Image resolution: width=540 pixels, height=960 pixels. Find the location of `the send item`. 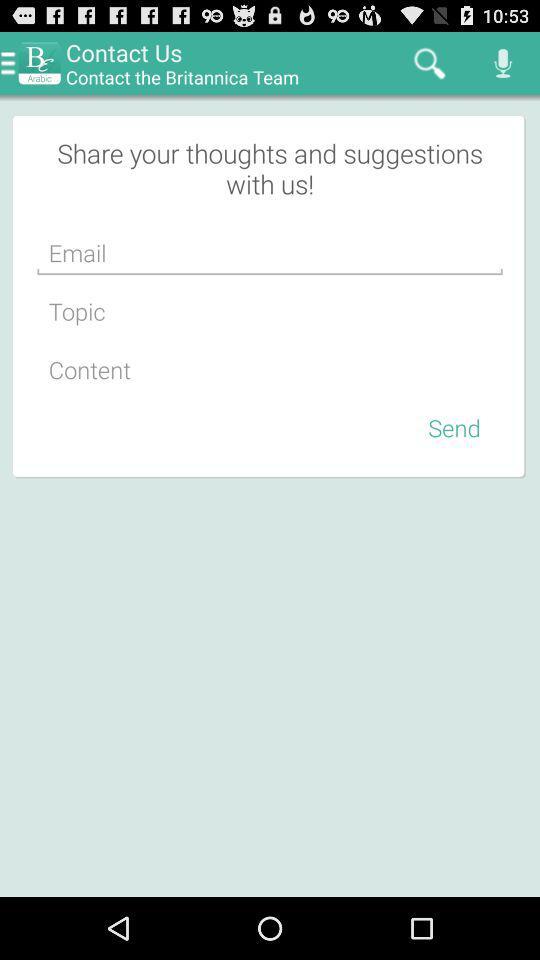

the send item is located at coordinates (454, 427).